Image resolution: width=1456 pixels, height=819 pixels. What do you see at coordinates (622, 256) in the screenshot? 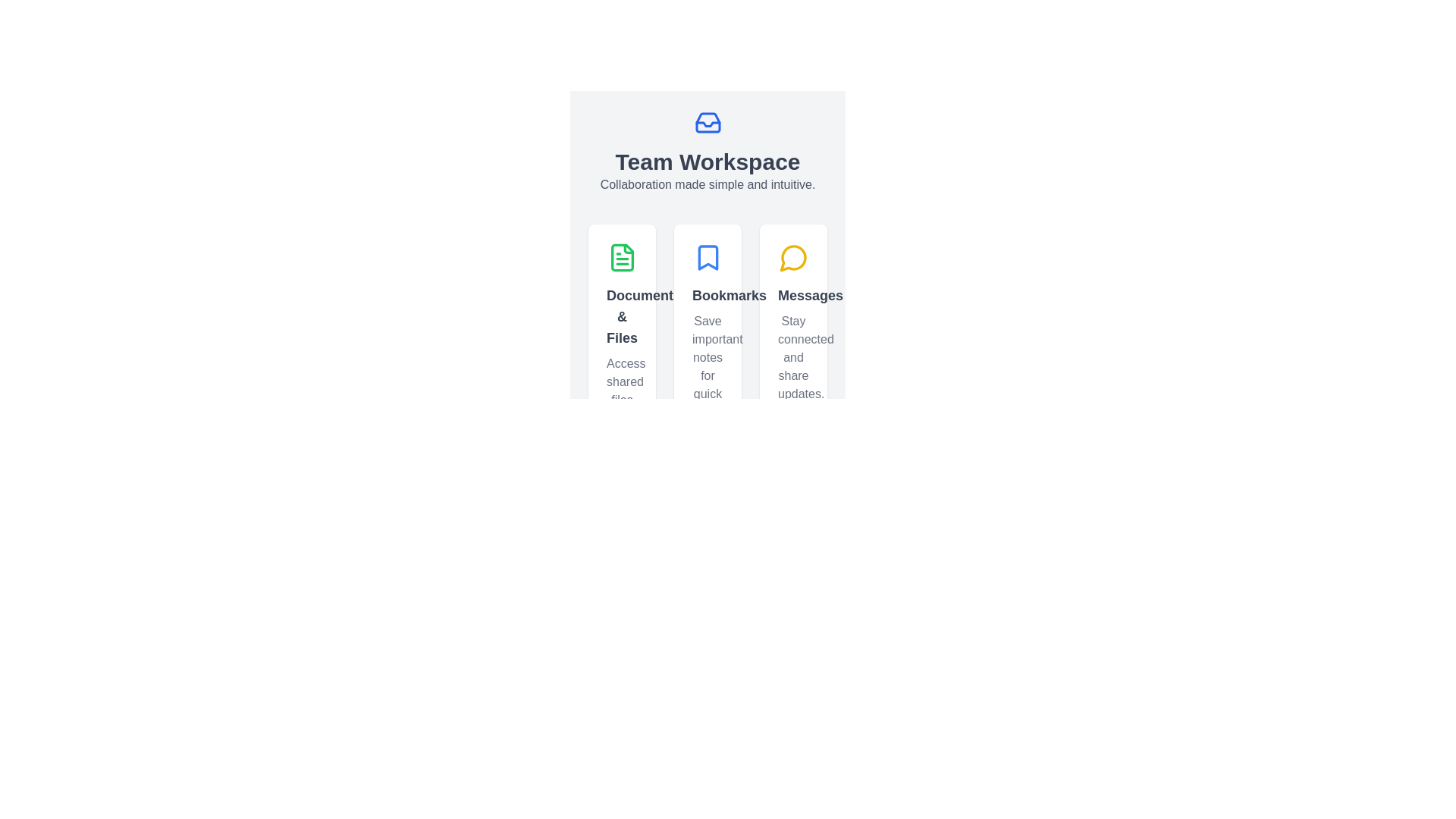
I see `the 'Document & Files' icon, which is the first icon in the top center area of the user interface` at bounding box center [622, 256].